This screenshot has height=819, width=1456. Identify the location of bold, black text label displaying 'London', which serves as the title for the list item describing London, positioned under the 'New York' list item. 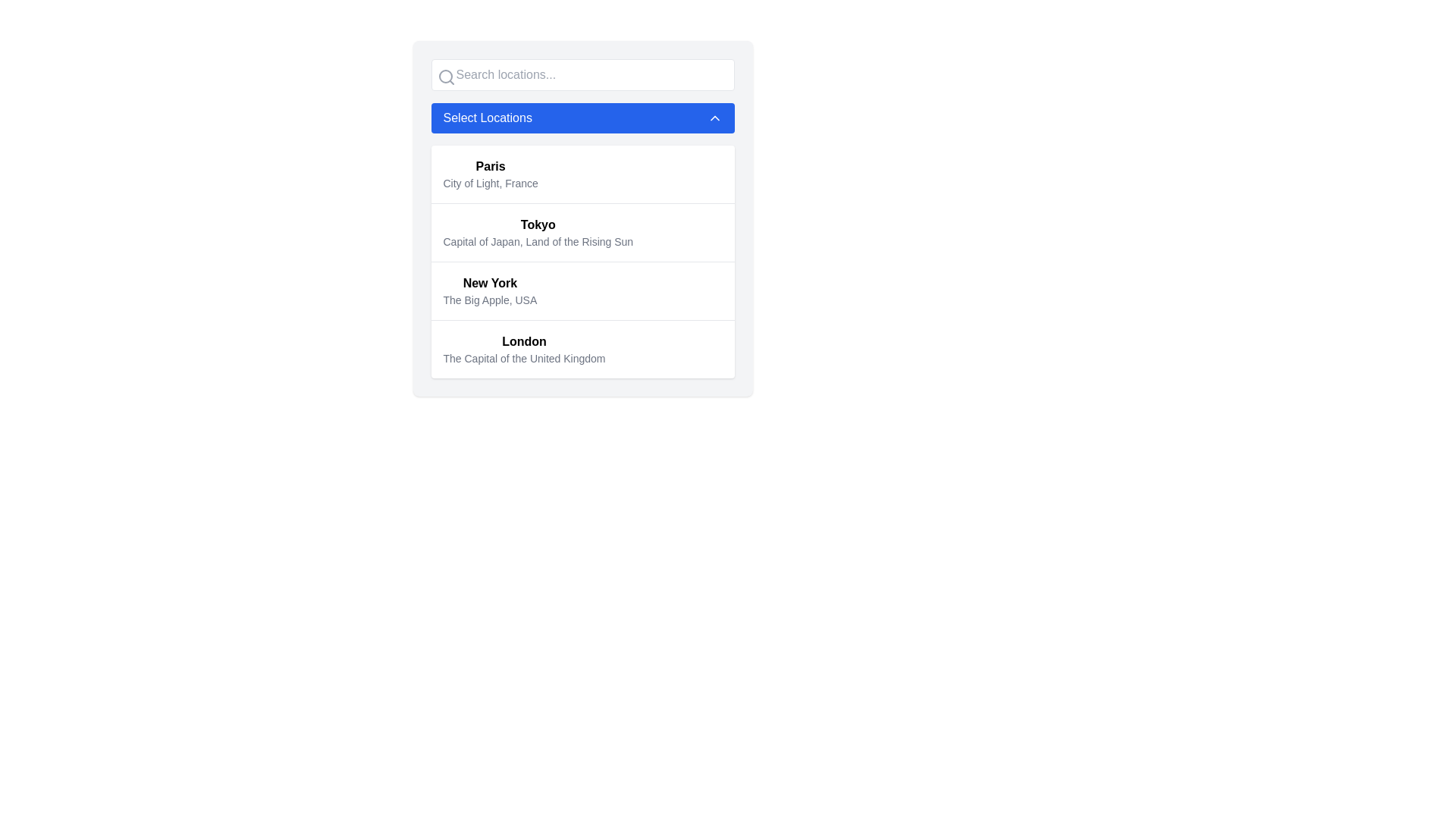
(524, 342).